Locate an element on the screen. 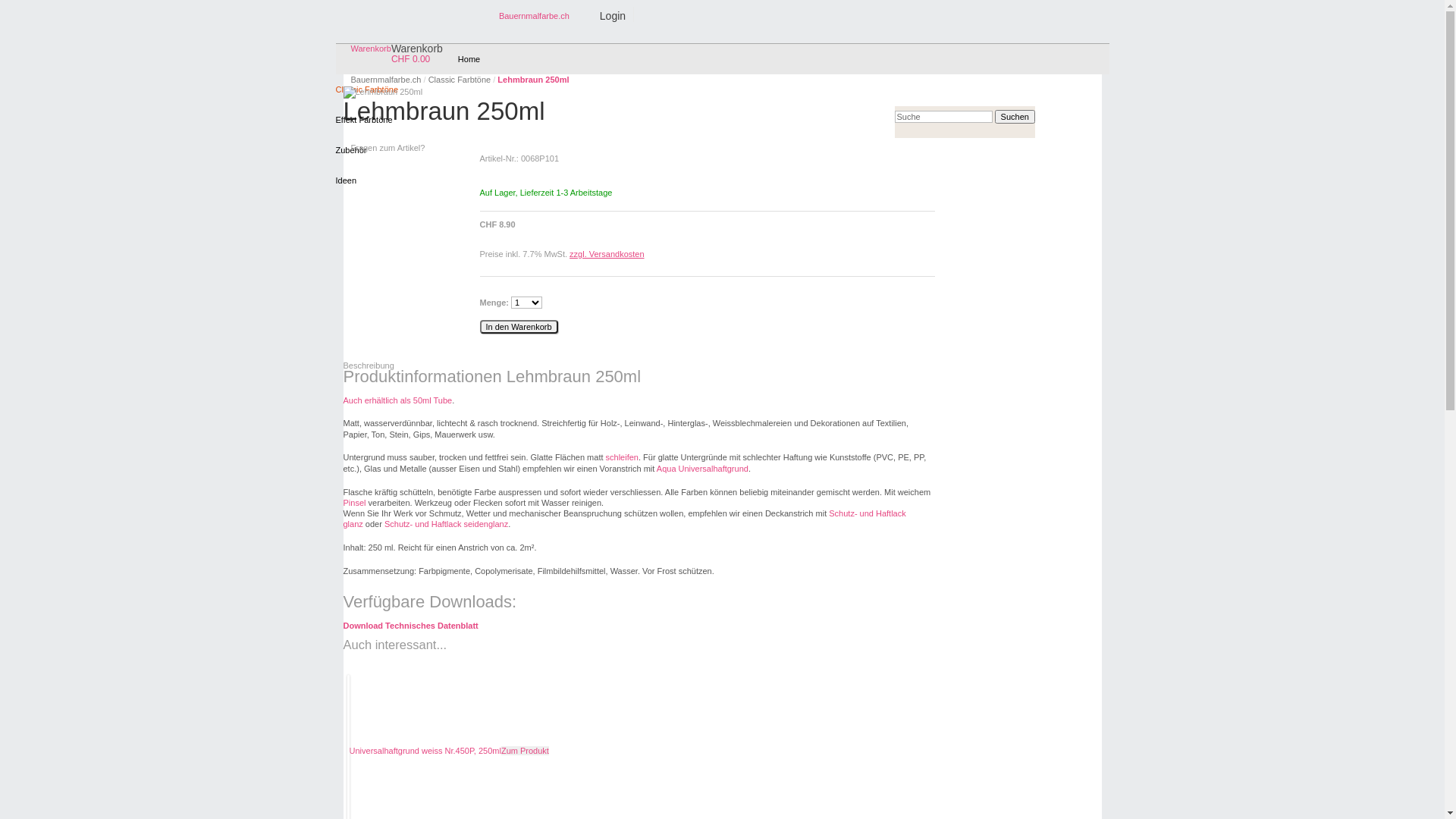  'Lehmbraun 250ml in den Warenkorb' is located at coordinates (518, 326).